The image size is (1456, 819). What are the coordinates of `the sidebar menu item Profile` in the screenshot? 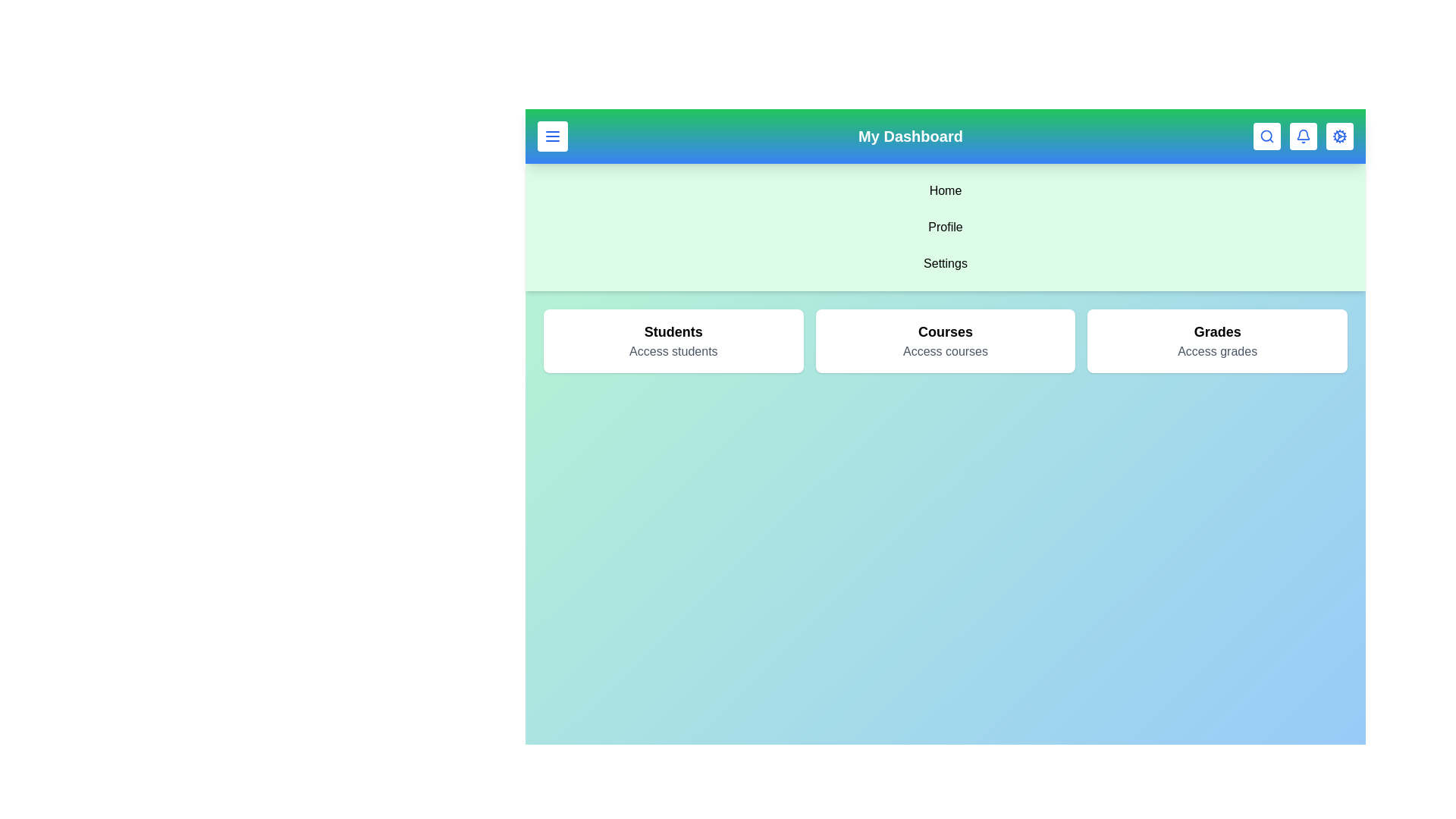 It's located at (945, 227).